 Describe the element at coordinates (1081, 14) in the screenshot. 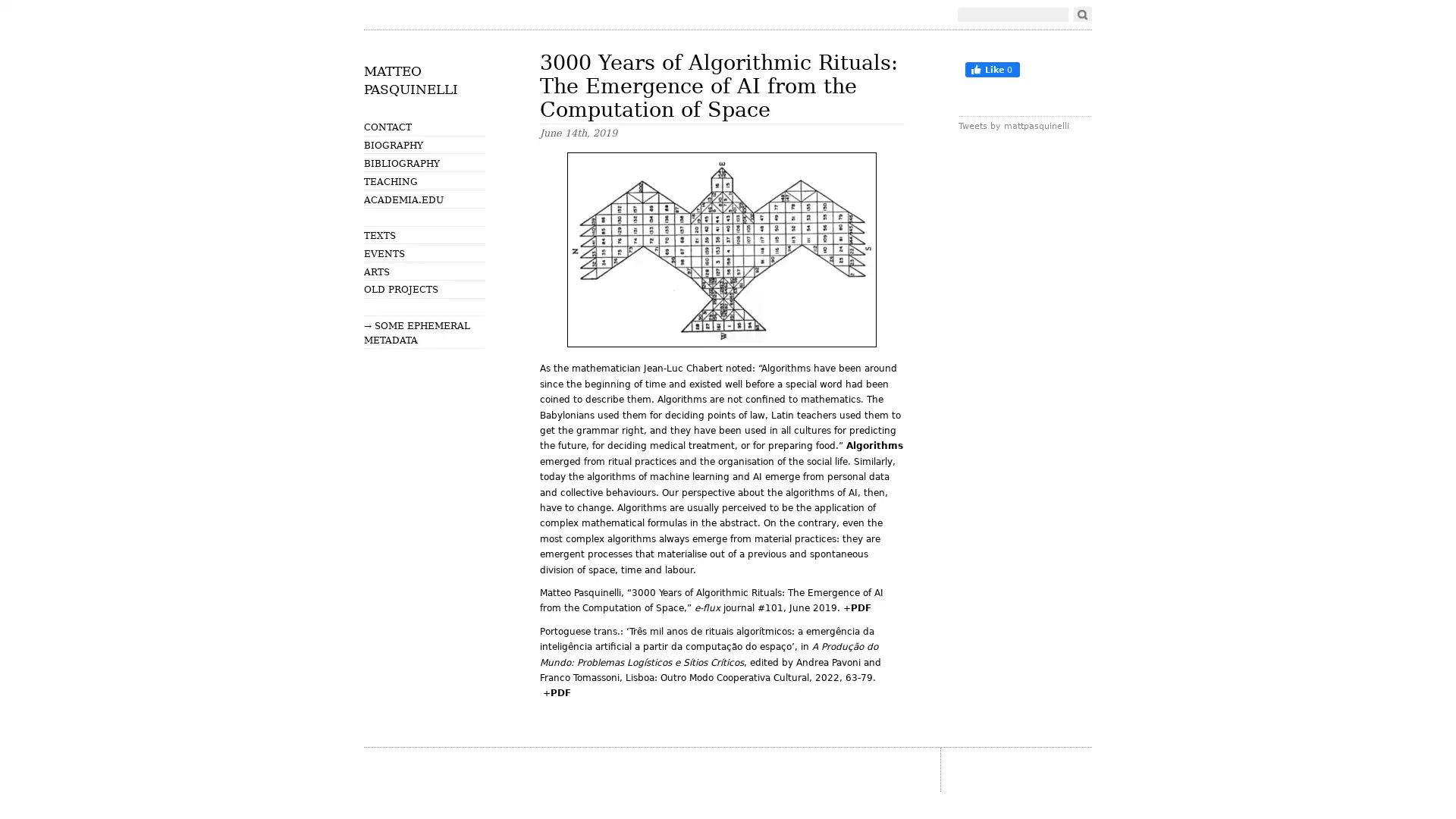

I see `Go` at that location.